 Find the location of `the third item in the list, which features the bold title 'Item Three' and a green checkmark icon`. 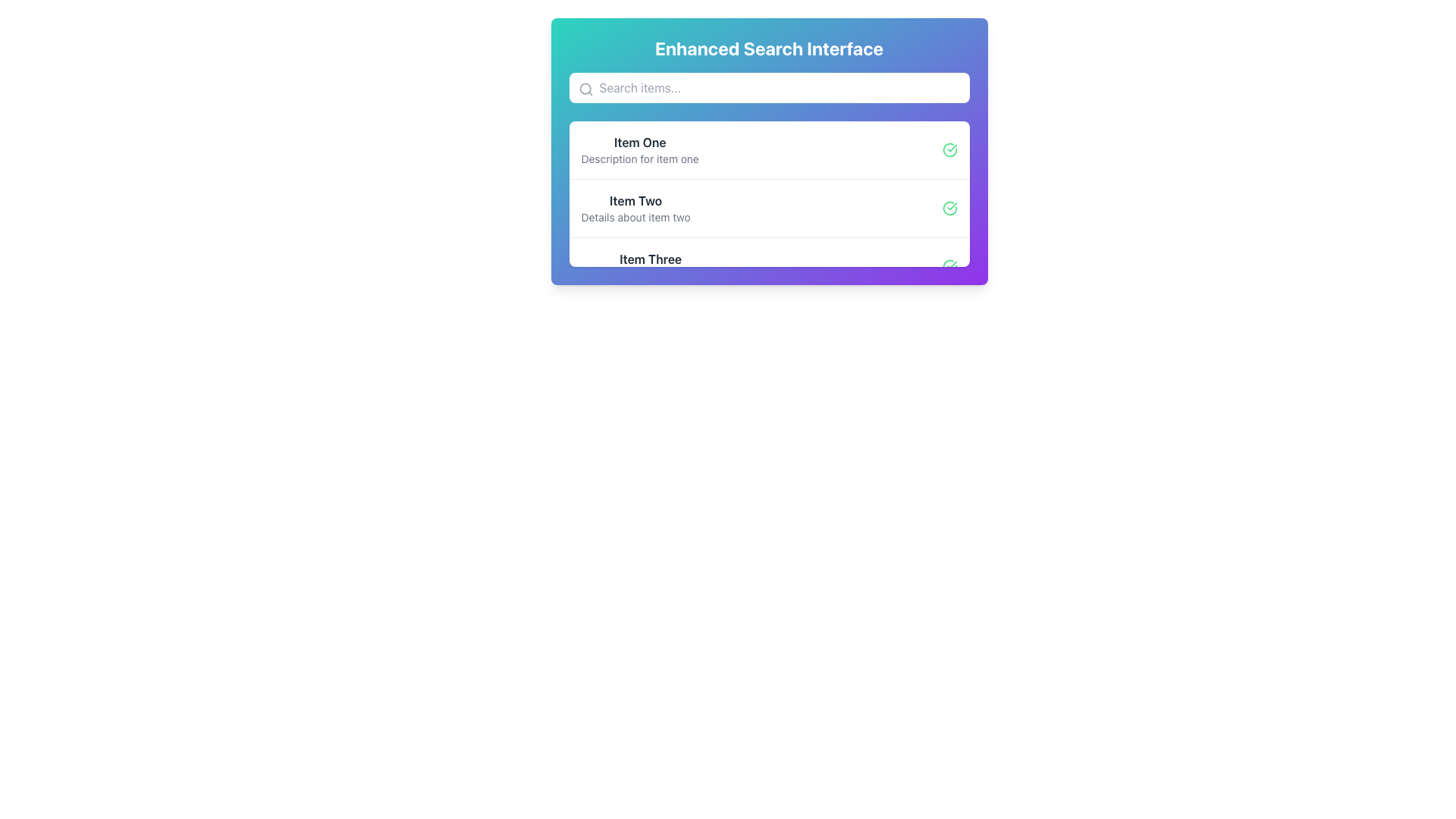

the third item in the list, which features the bold title 'Item Three' and a green checkmark icon is located at coordinates (769, 265).